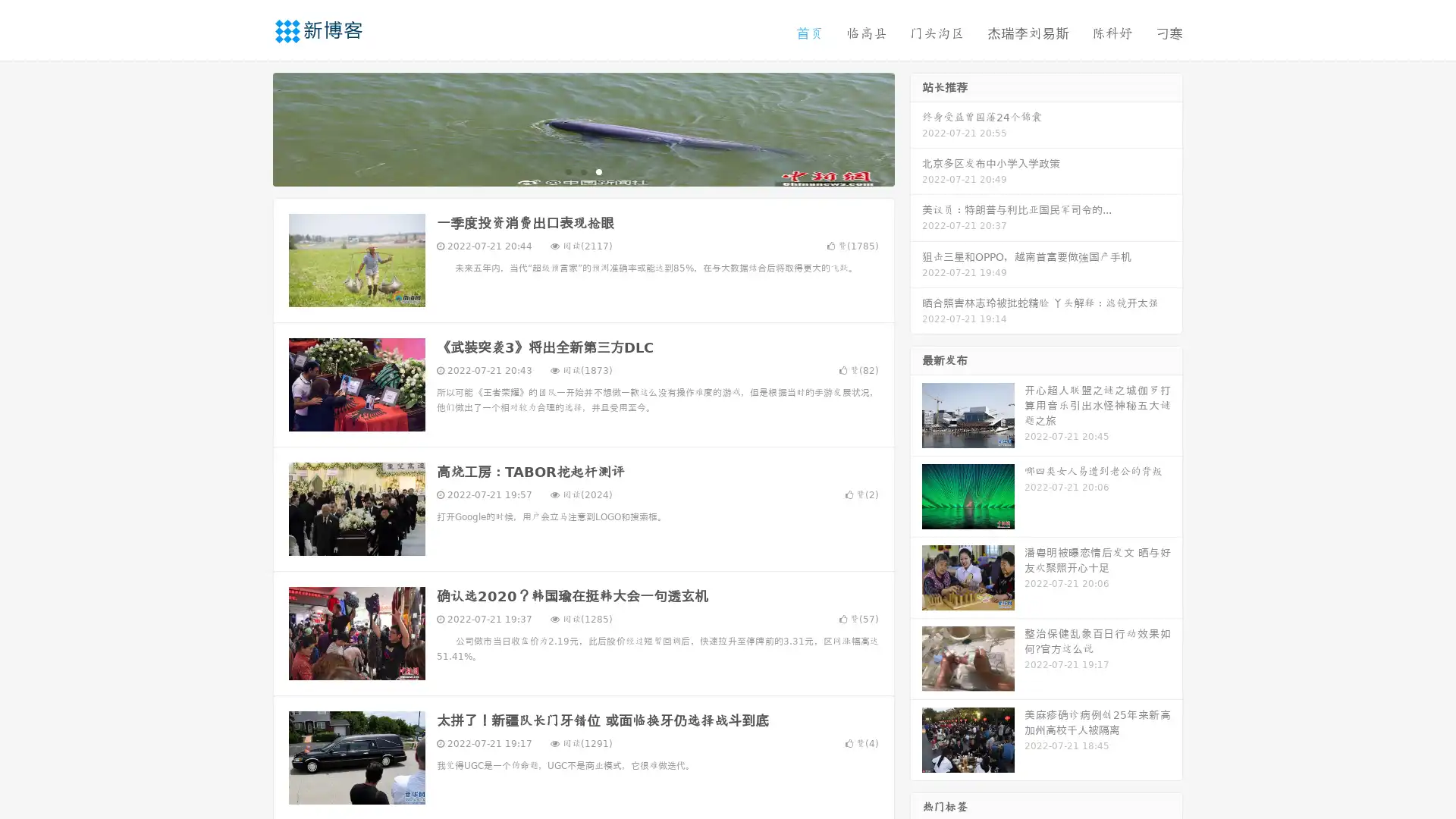  Describe the element at coordinates (250, 127) in the screenshot. I see `Previous slide` at that location.